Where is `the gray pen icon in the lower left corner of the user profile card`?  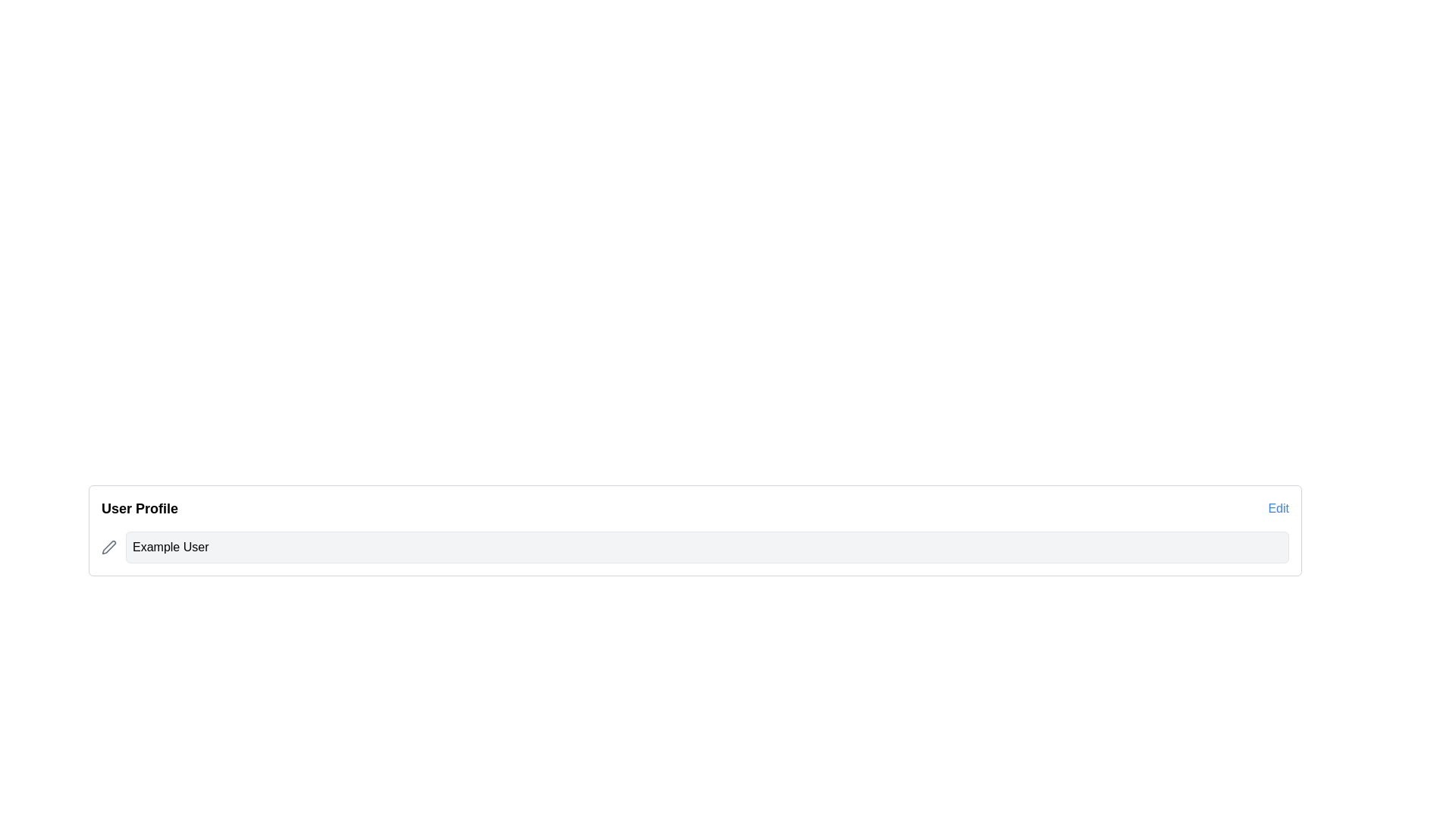 the gray pen icon in the lower left corner of the user profile card is located at coordinates (108, 547).